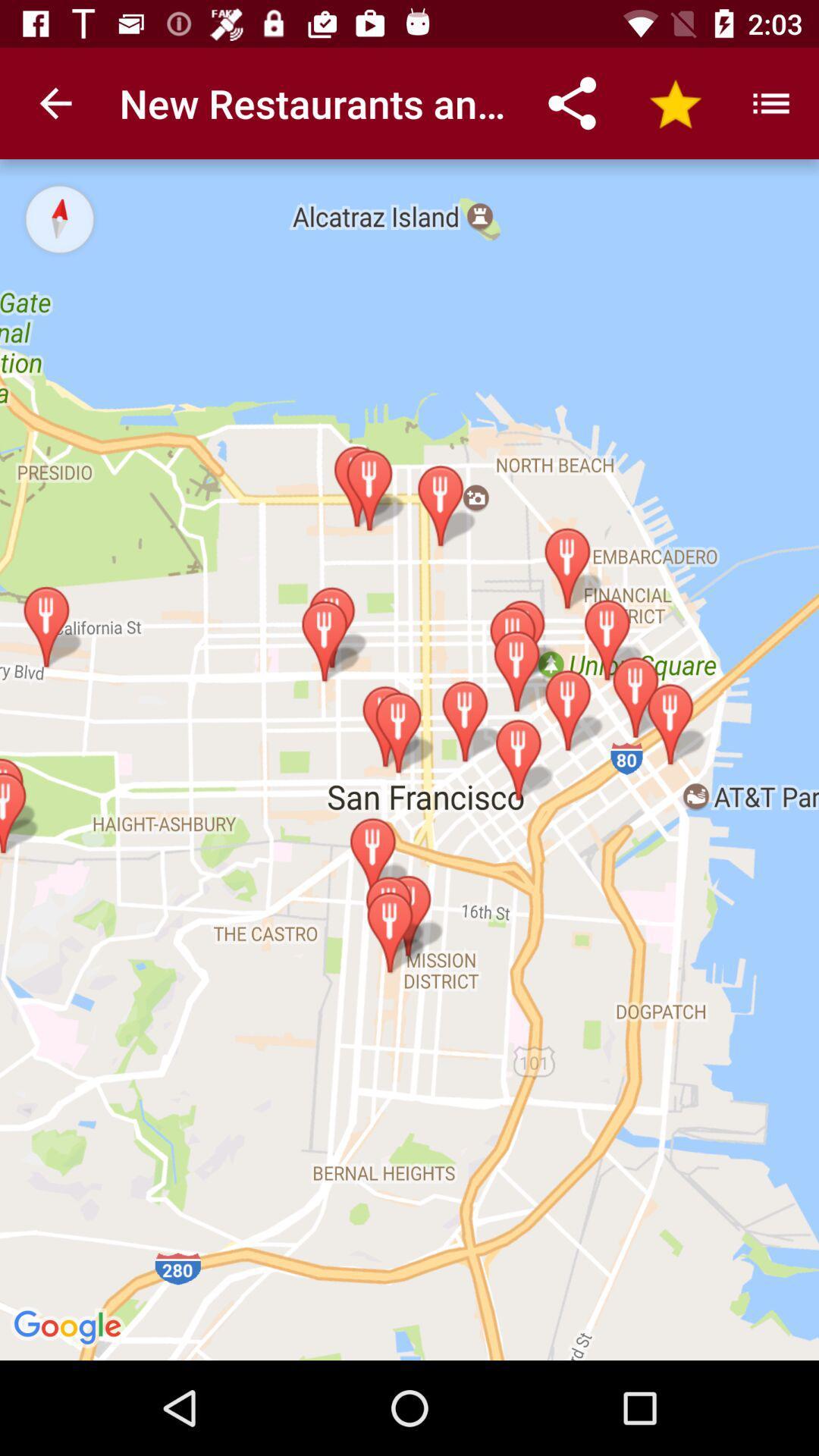  I want to click on the icon to the left of the new restaurants and icon, so click(55, 102).